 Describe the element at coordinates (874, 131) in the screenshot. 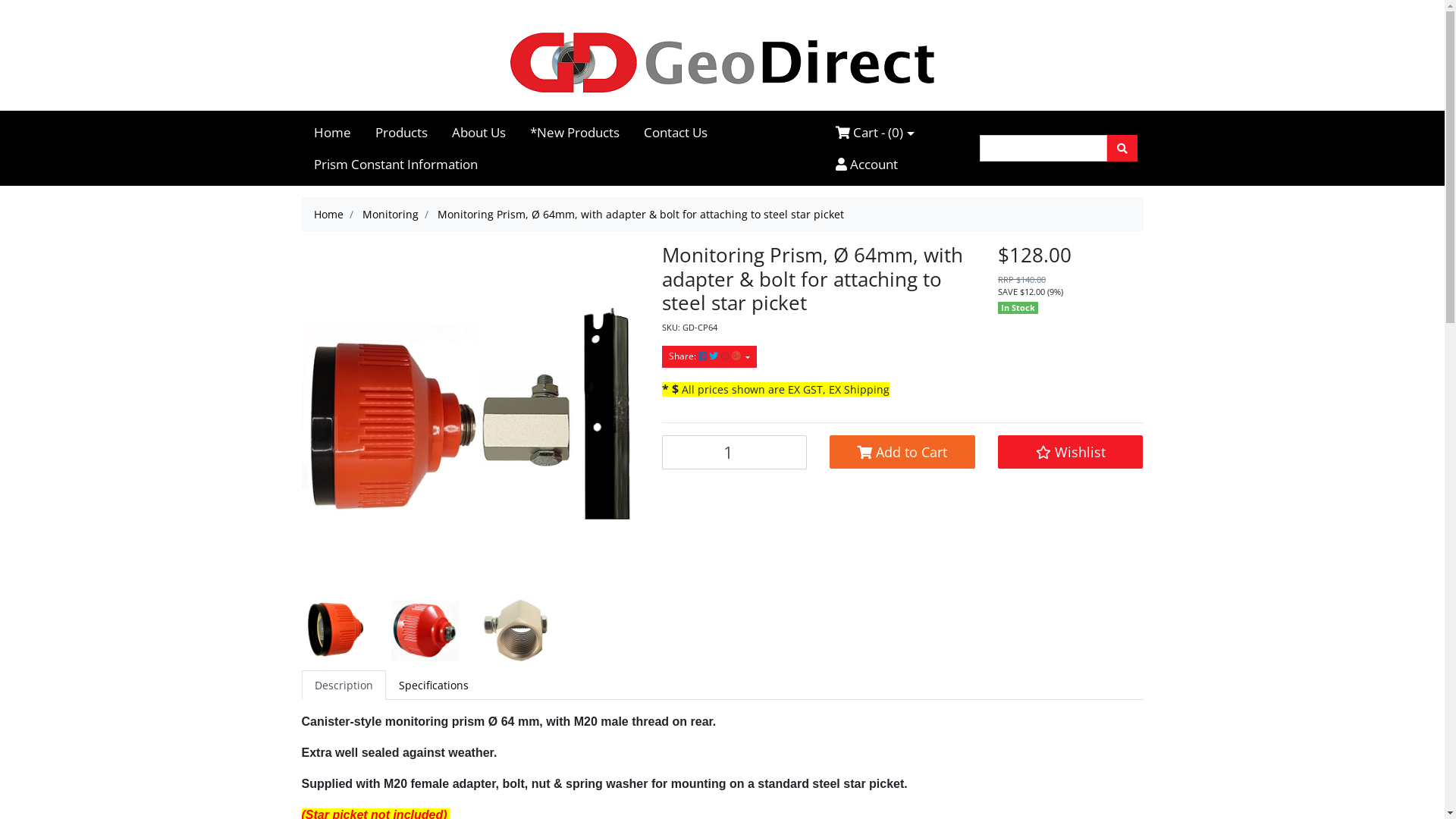

I see `'Cart - (0)'` at that location.